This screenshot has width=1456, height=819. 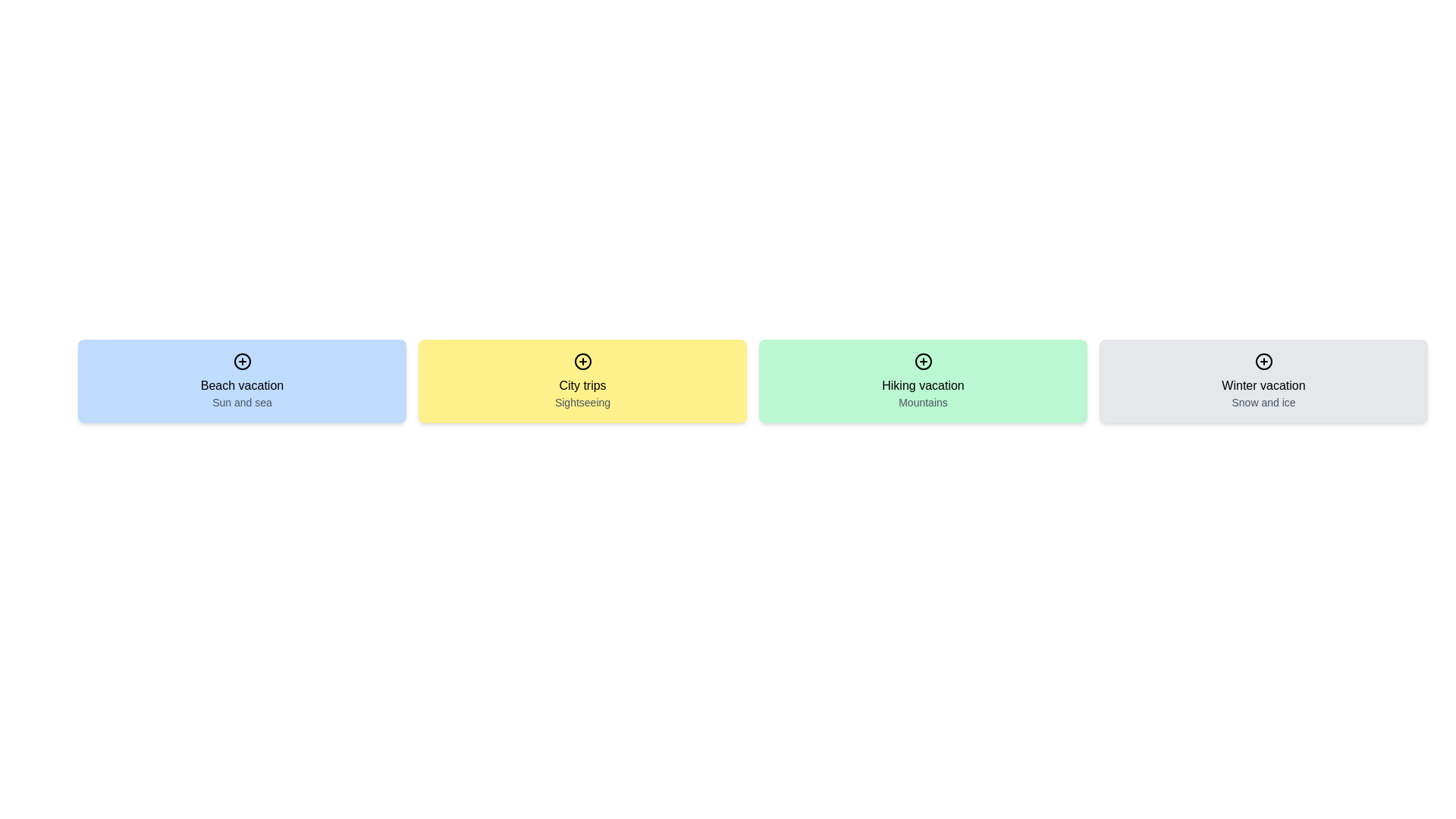 What do you see at coordinates (582, 362) in the screenshot?
I see `the circular icon with a plus sign inside, located at the top center of the yellow card labeled 'City trips'` at bounding box center [582, 362].